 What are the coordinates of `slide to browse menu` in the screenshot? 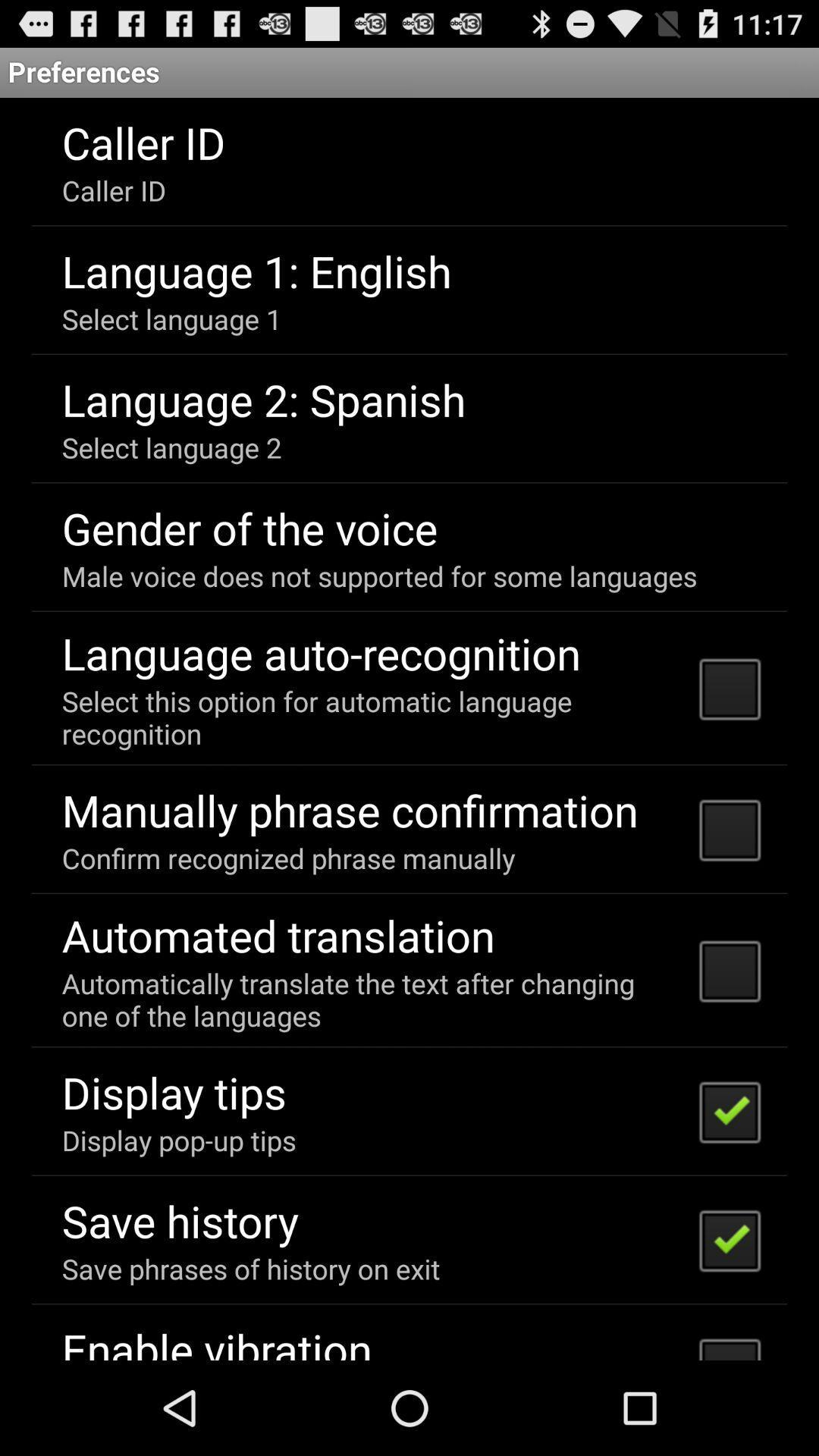 It's located at (409, 729).